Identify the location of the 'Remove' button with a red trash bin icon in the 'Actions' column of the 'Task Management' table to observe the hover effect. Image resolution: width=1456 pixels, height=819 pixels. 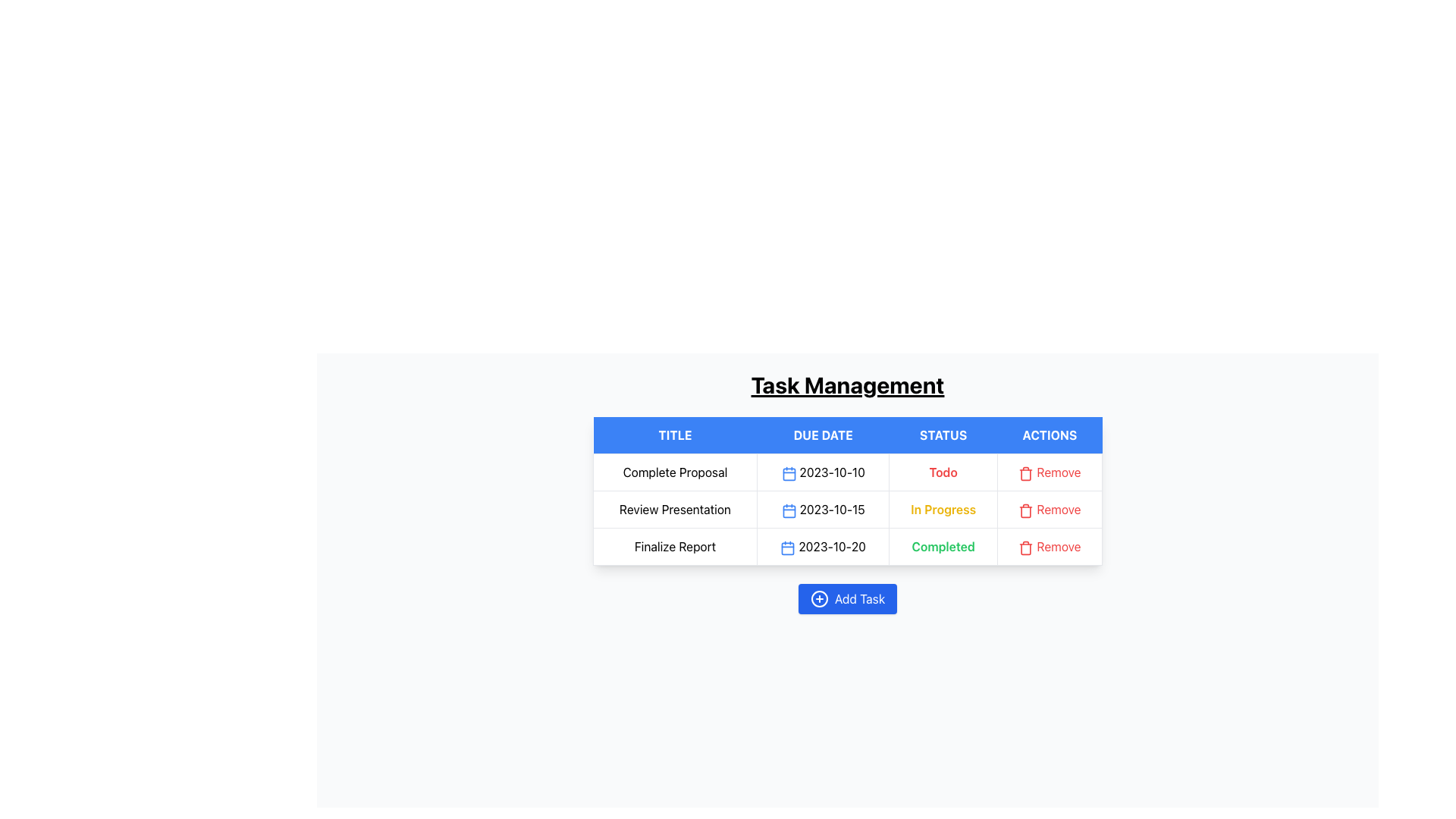
(1049, 472).